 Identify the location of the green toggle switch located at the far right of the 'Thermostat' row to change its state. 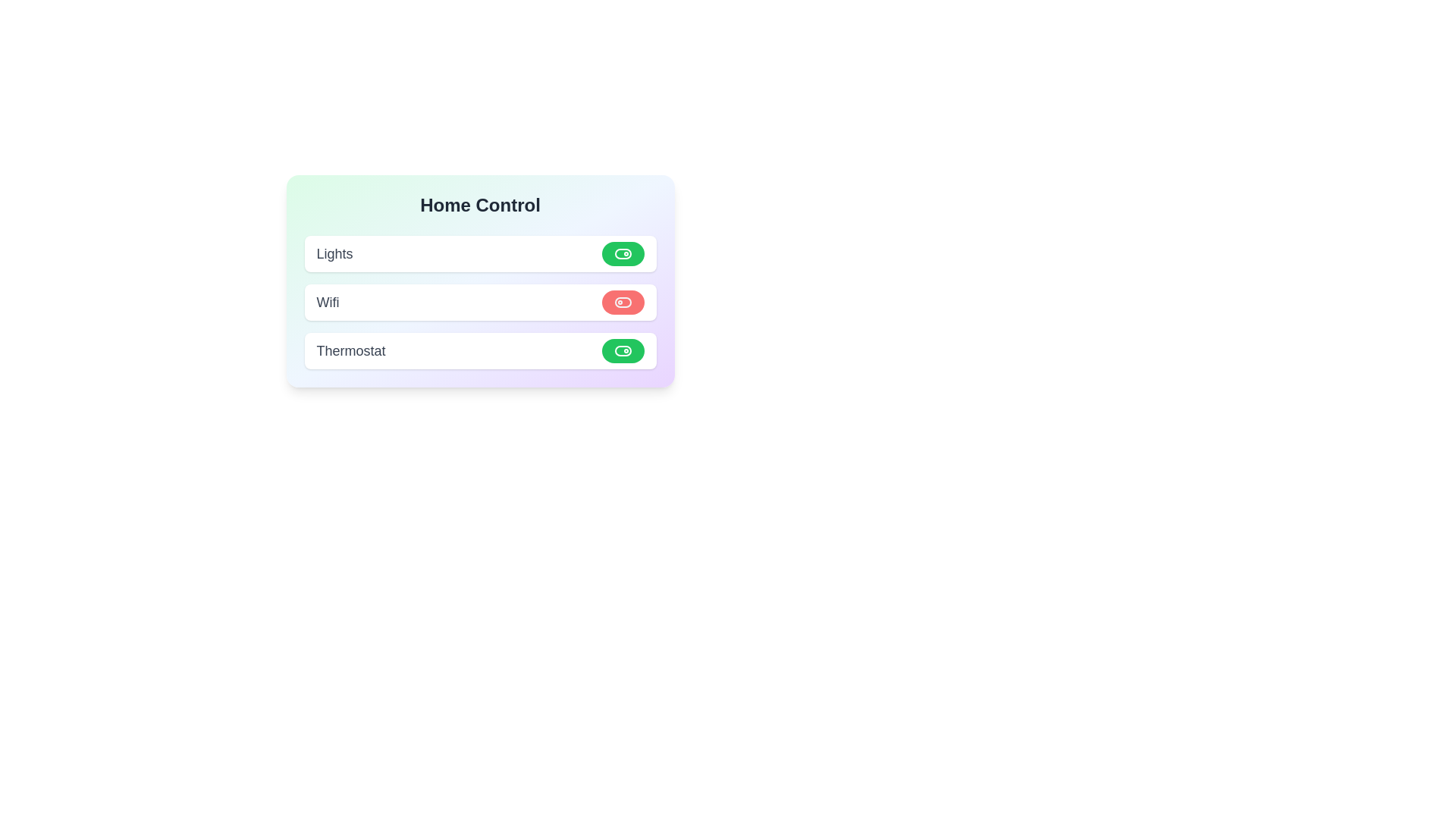
(623, 350).